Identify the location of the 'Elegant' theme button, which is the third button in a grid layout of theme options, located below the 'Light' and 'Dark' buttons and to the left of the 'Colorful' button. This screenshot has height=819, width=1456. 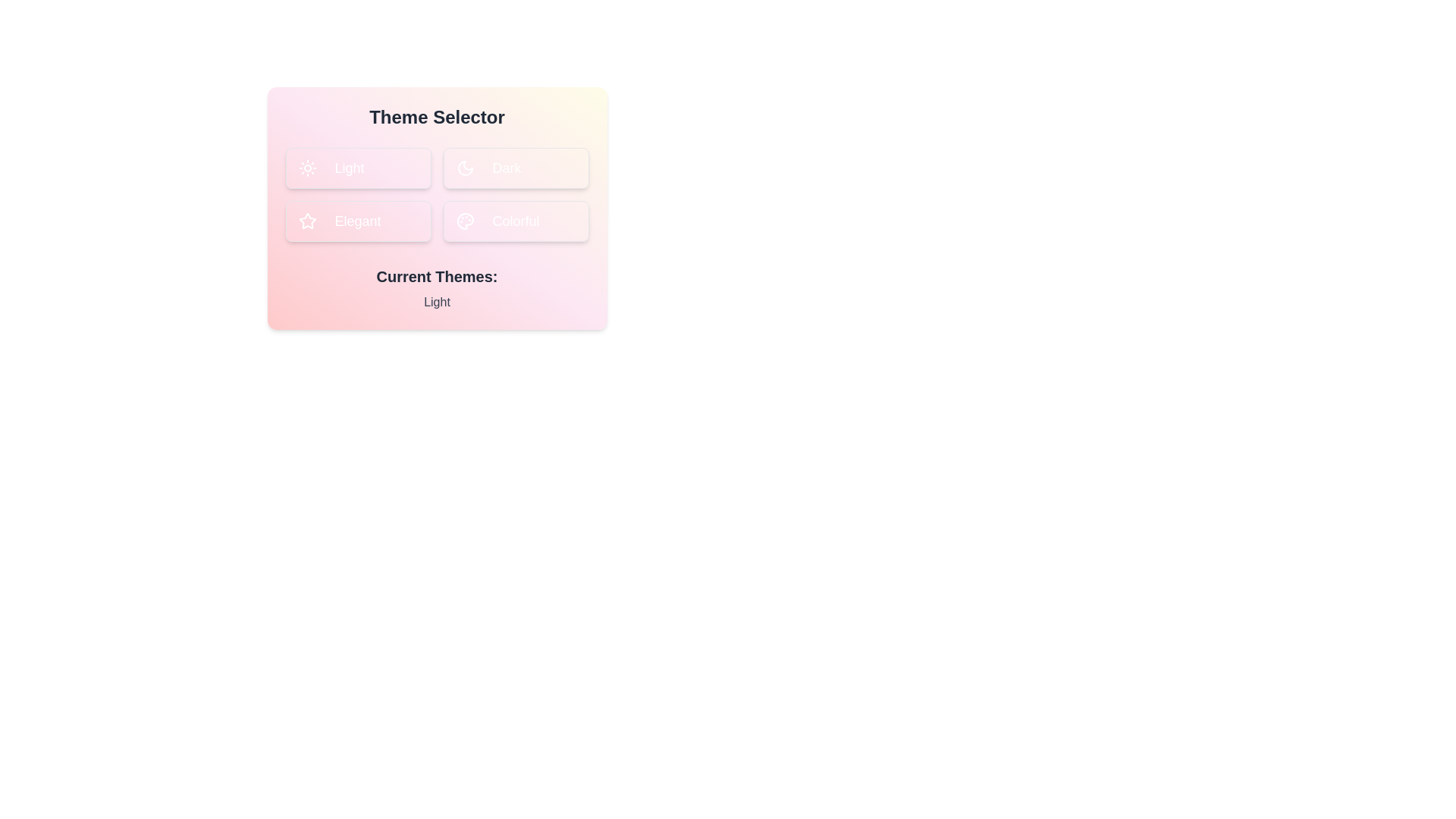
(357, 221).